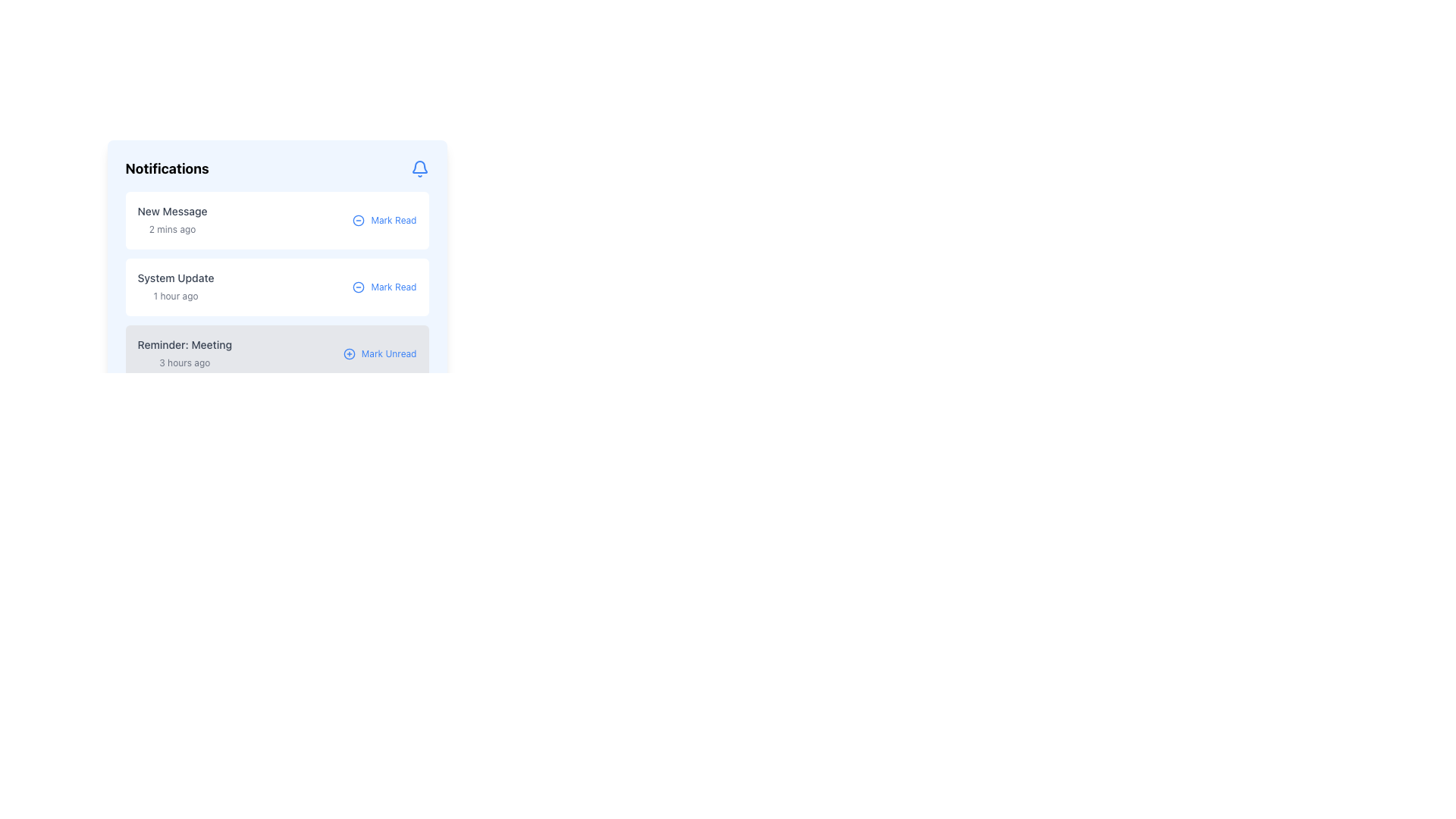  I want to click on the notification indicator icon located to the right of the 'Notifications' header text within the notification panel layout, so click(419, 169).